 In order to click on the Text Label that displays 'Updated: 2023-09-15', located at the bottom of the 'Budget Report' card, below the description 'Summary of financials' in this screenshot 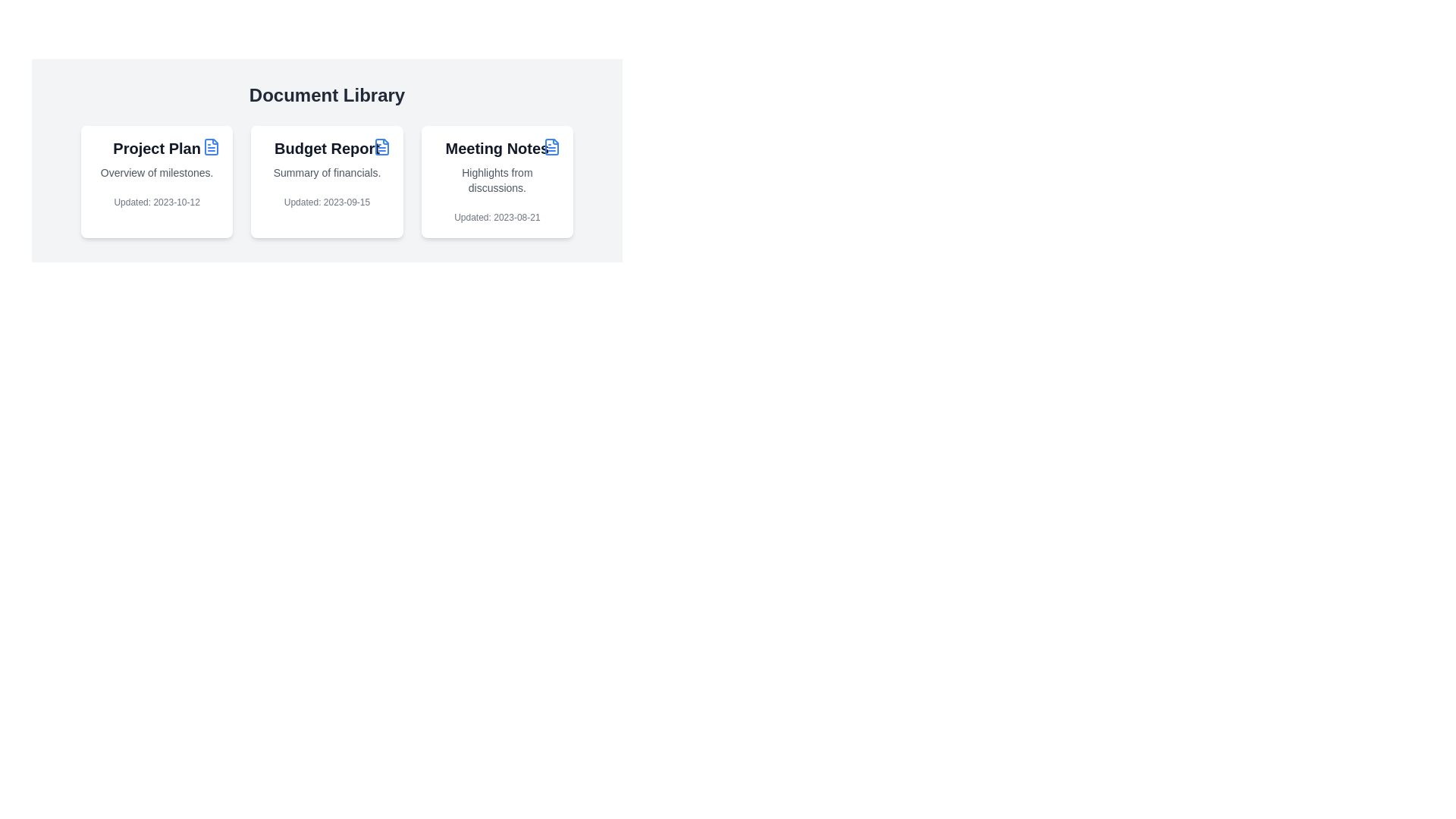, I will do `click(326, 201)`.